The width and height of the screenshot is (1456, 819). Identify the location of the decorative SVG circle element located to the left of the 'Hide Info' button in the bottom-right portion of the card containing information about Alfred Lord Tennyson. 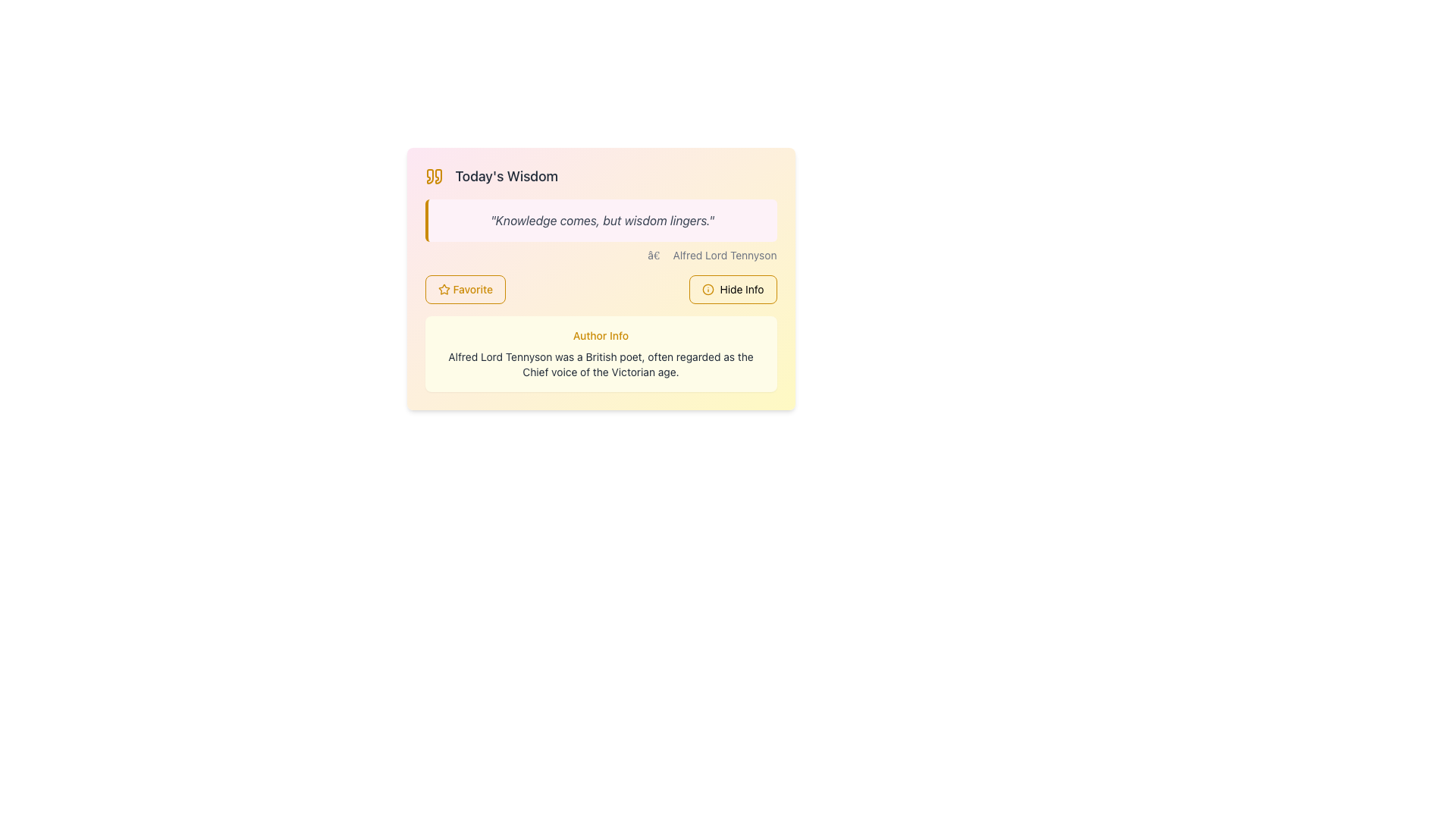
(707, 289).